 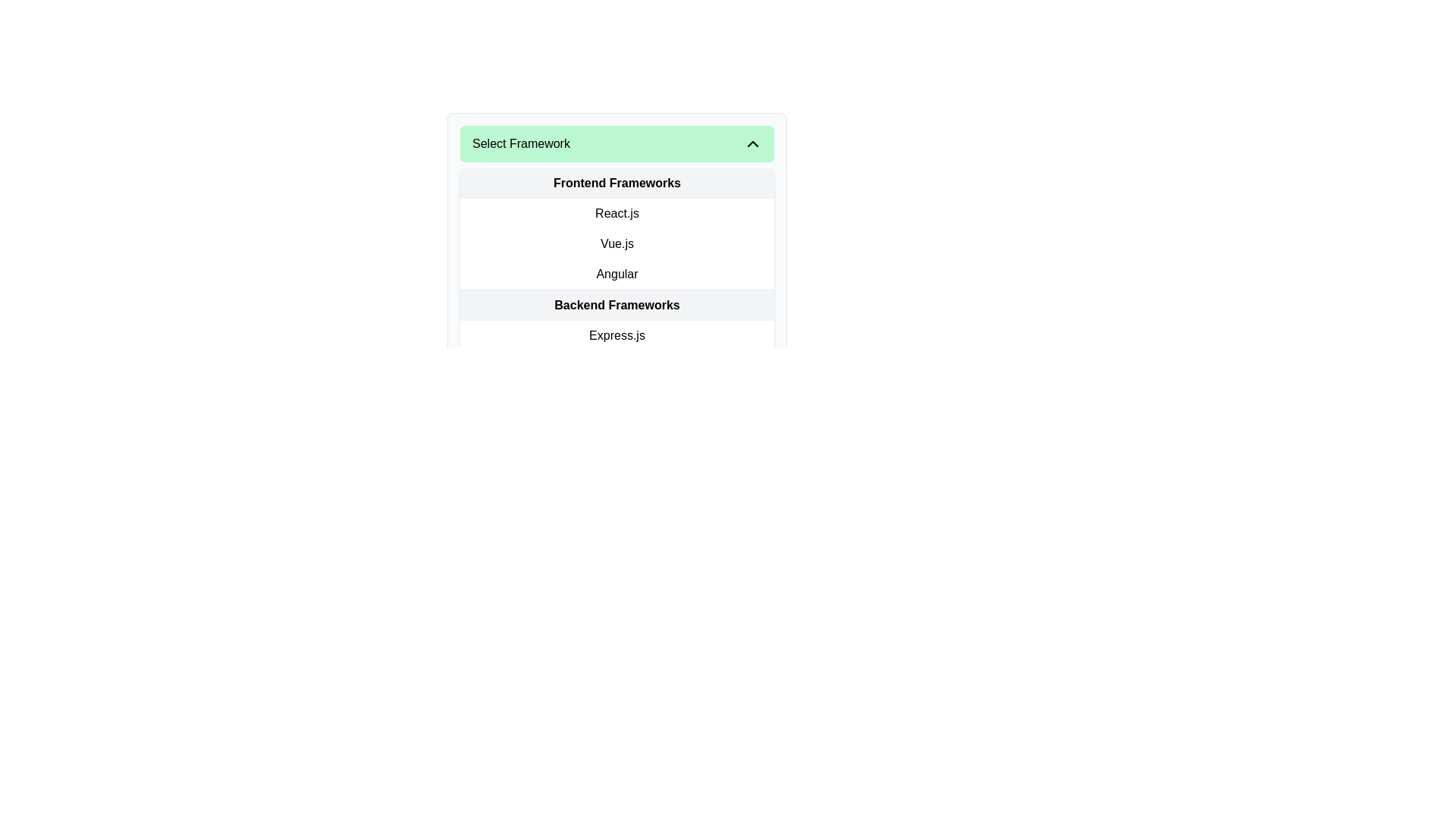 What do you see at coordinates (617, 335) in the screenshot?
I see `the selectable menu item for 'Express.js' in the dropdown titled 'Select Framework' to observe its hover effect` at bounding box center [617, 335].